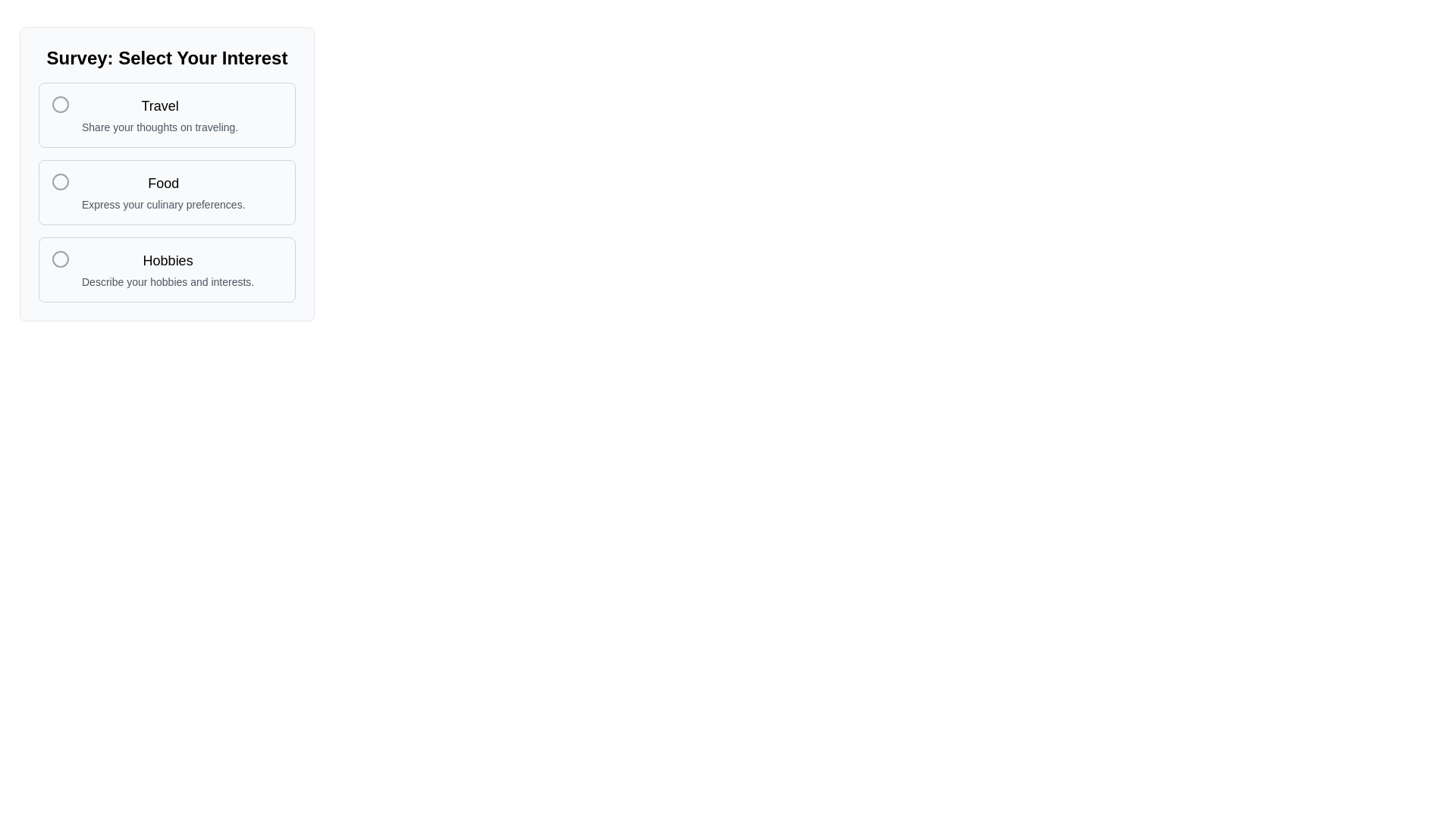 This screenshot has width=1456, height=819. Describe the element at coordinates (167, 114) in the screenshot. I see `the first selectable card with a radio button, which allows users to share their views on traveling in a survey selection interface` at that location.